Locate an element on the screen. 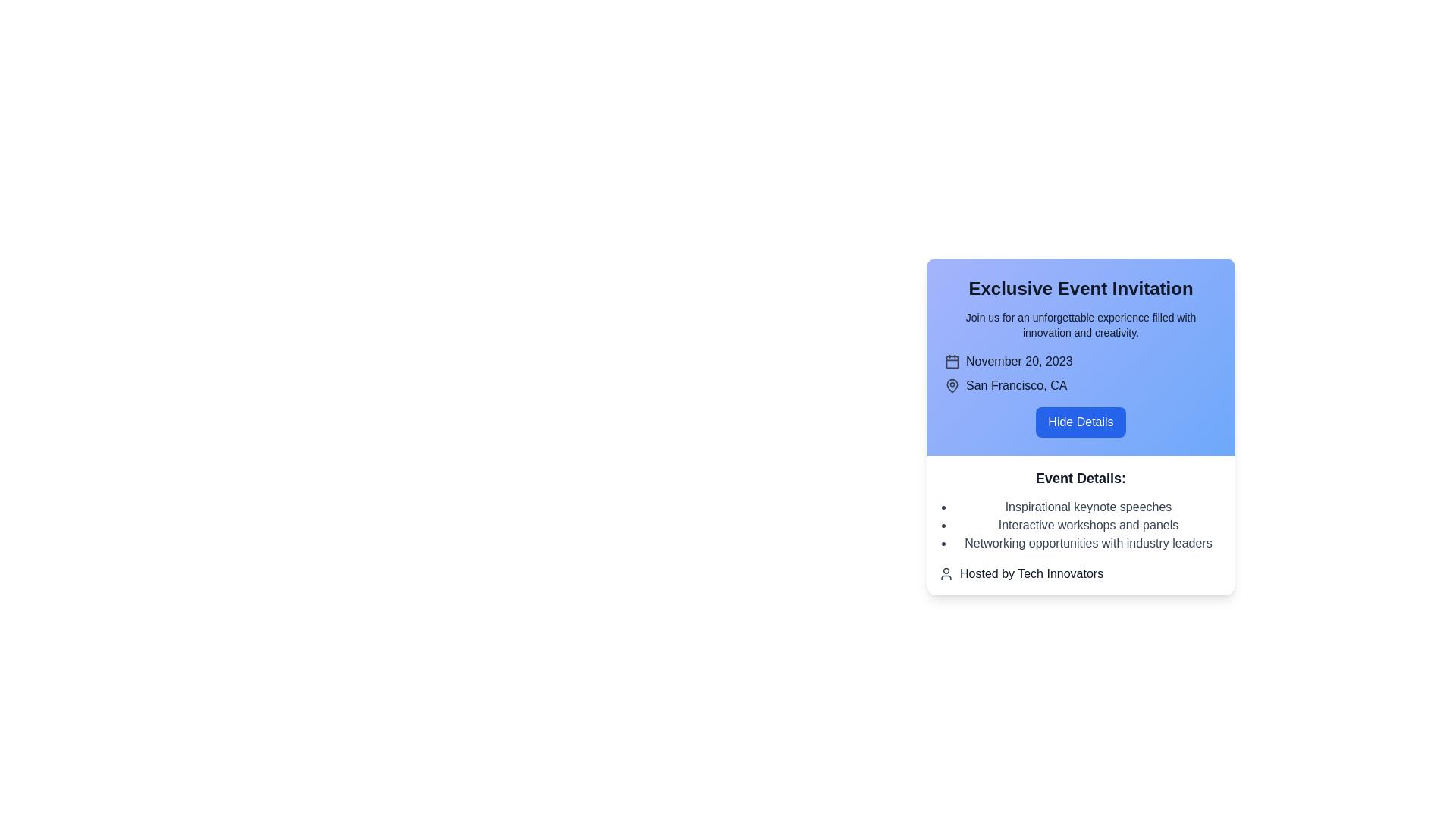  the graphical icon (map pin) located to the left of the text 'San Francisco, CA' in the event detail section is located at coordinates (952, 384).